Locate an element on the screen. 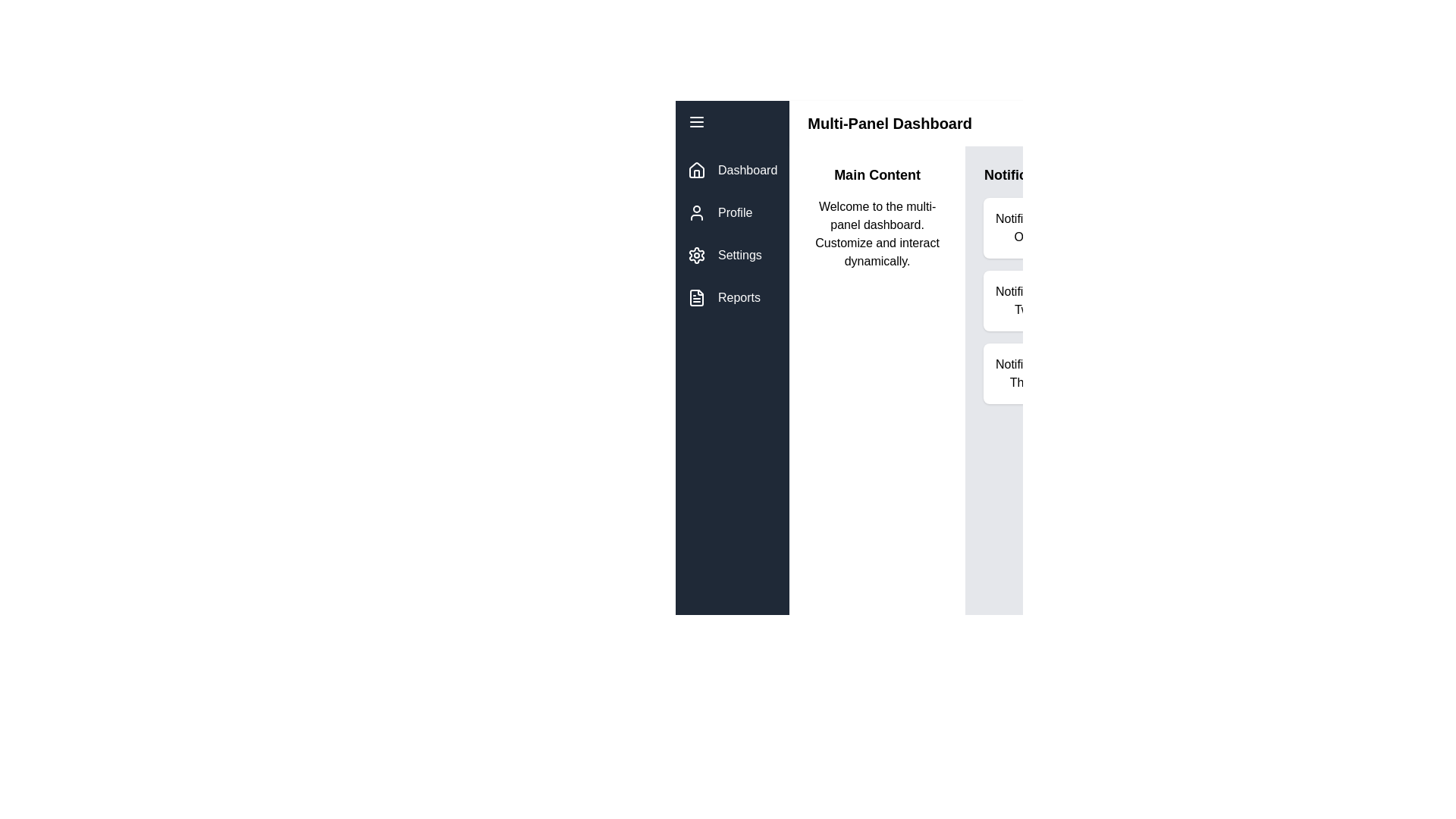 The height and width of the screenshot is (819, 1456). the house-shaped icon in the sidebar navigation menu is located at coordinates (695, 170).